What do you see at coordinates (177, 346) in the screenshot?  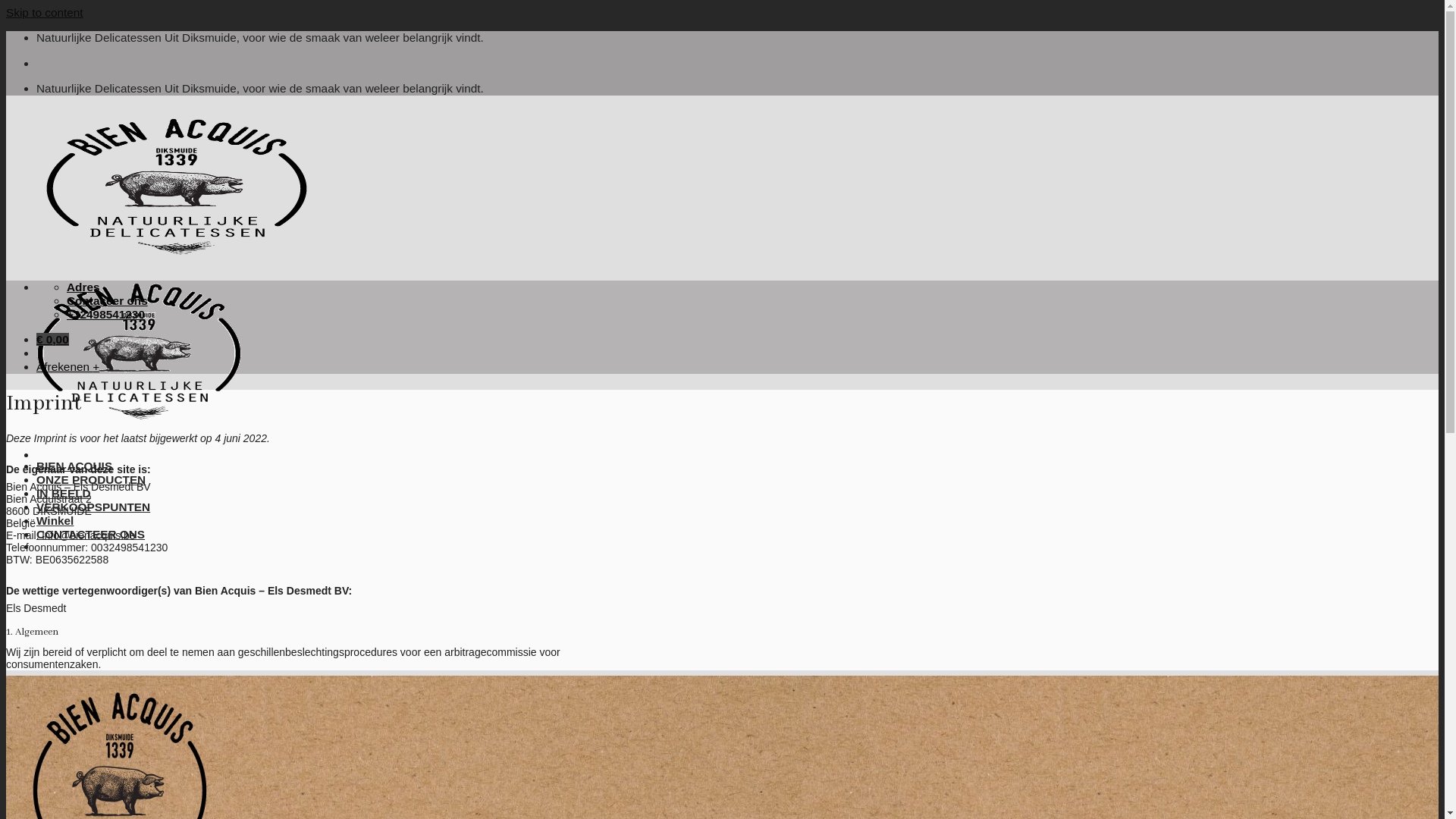 I see `'Bien Acquis - Natuurlijke delicatessen uit Diksmuide'` at bounding box center [177, 346].